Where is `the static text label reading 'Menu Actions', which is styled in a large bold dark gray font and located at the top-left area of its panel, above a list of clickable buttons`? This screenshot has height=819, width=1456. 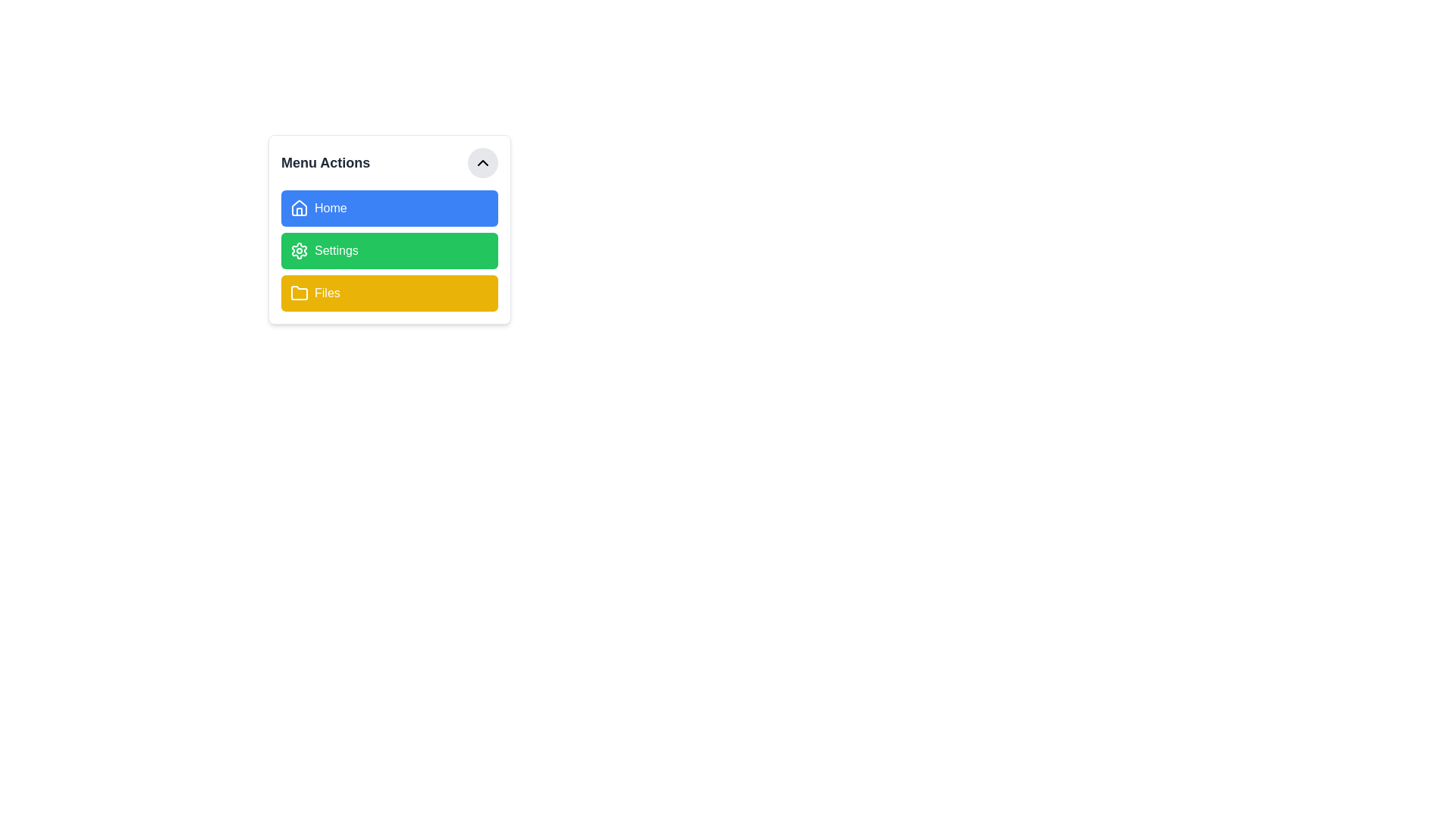
the static text label reading 'Menu Actions', which is styled in a large bold dark gray font and located at the top-left area of its panel, above a list of clickable buttons is located at coordinates (325, 163).